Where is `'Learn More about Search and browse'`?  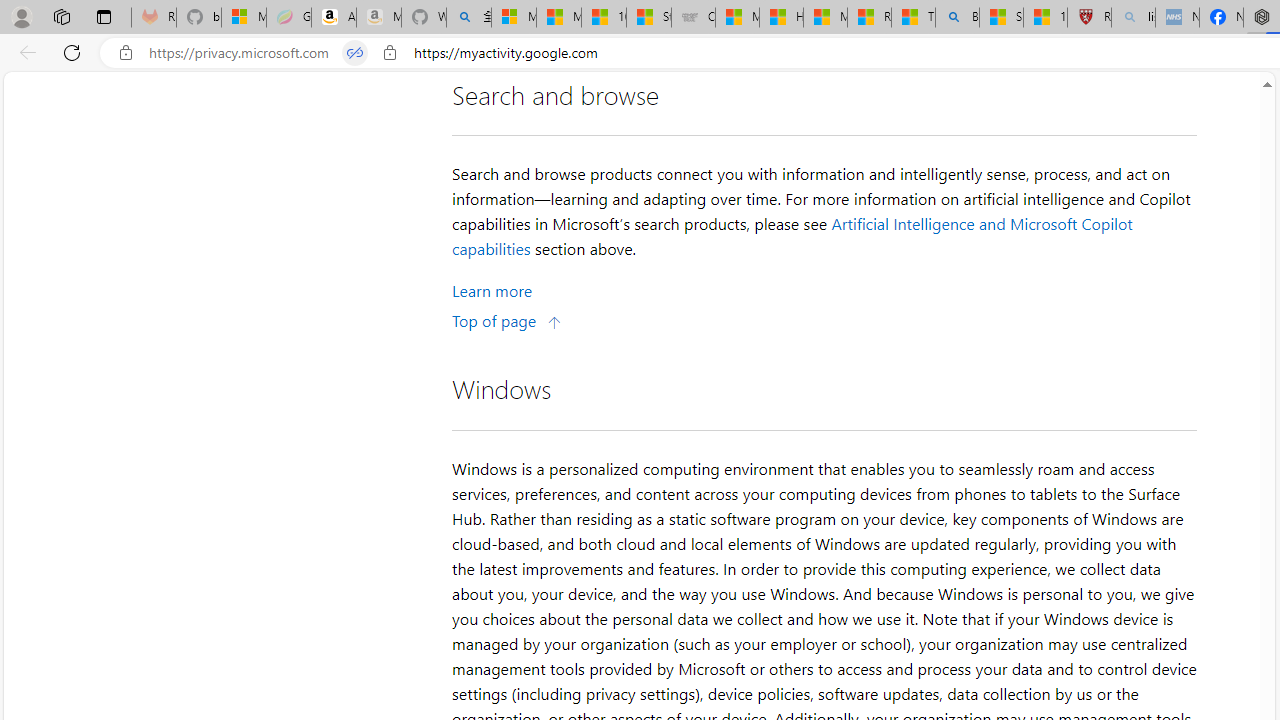
'Learn More about Search and browse' is located at coordinates (492, 290).